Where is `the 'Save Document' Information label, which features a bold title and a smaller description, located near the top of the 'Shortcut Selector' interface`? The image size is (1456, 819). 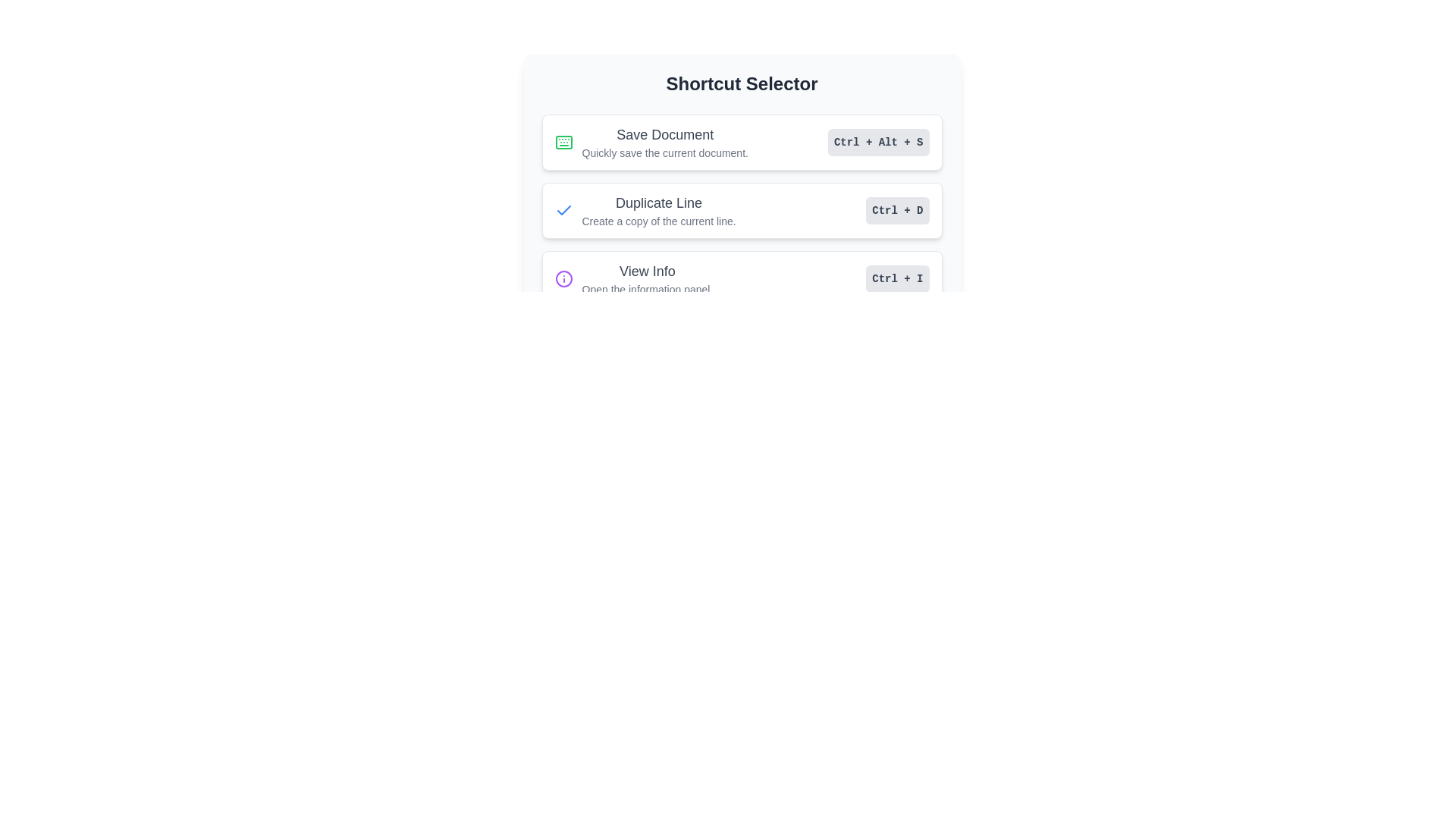 the 'Save Document' Information label, which features a bold title and a smaller description, located near the top of the 'Shortcut Selector' interface is located at coordinates (665, 143).